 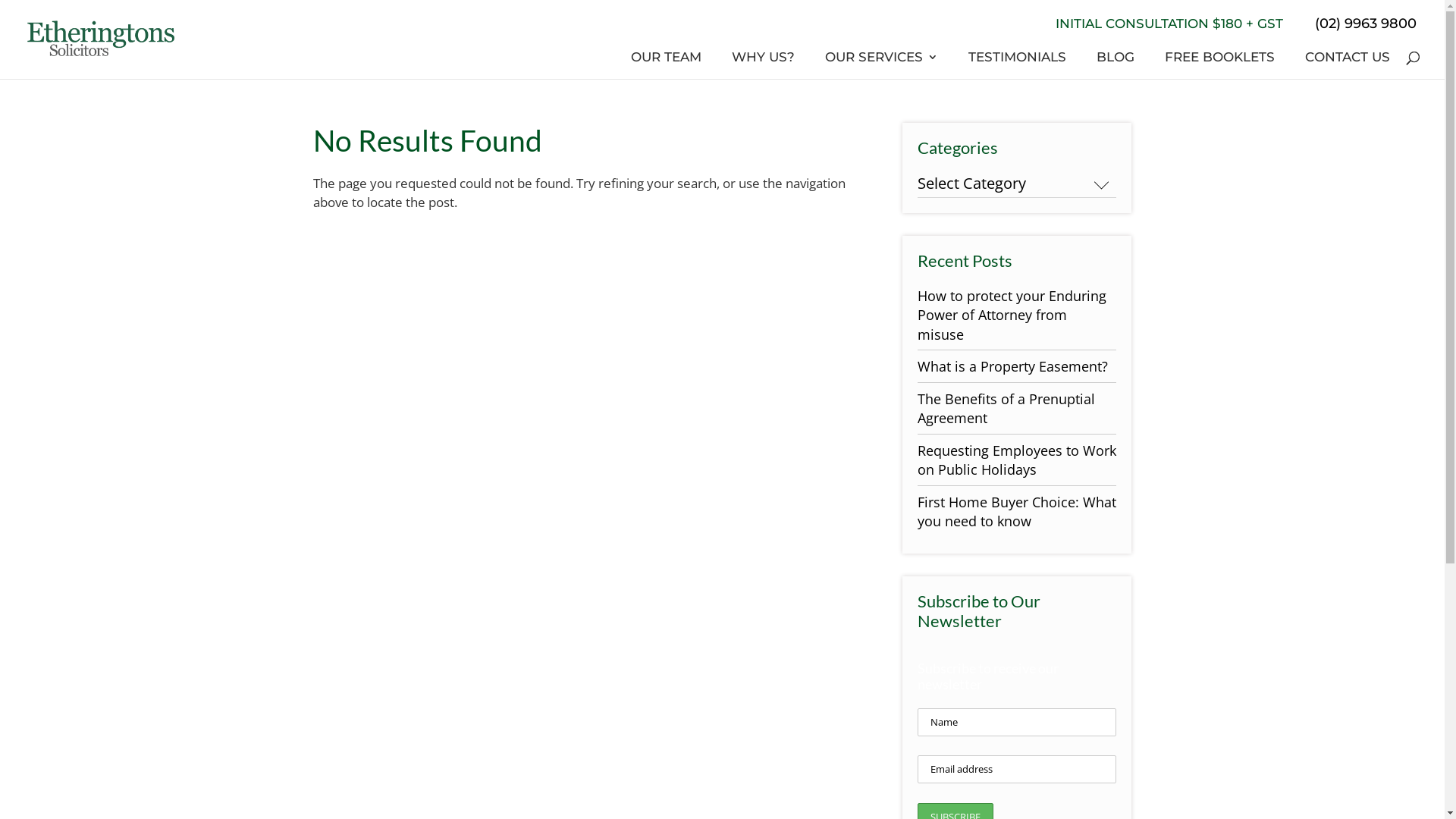 I want to click on 'BLOG', so click(x=1115, y=61).